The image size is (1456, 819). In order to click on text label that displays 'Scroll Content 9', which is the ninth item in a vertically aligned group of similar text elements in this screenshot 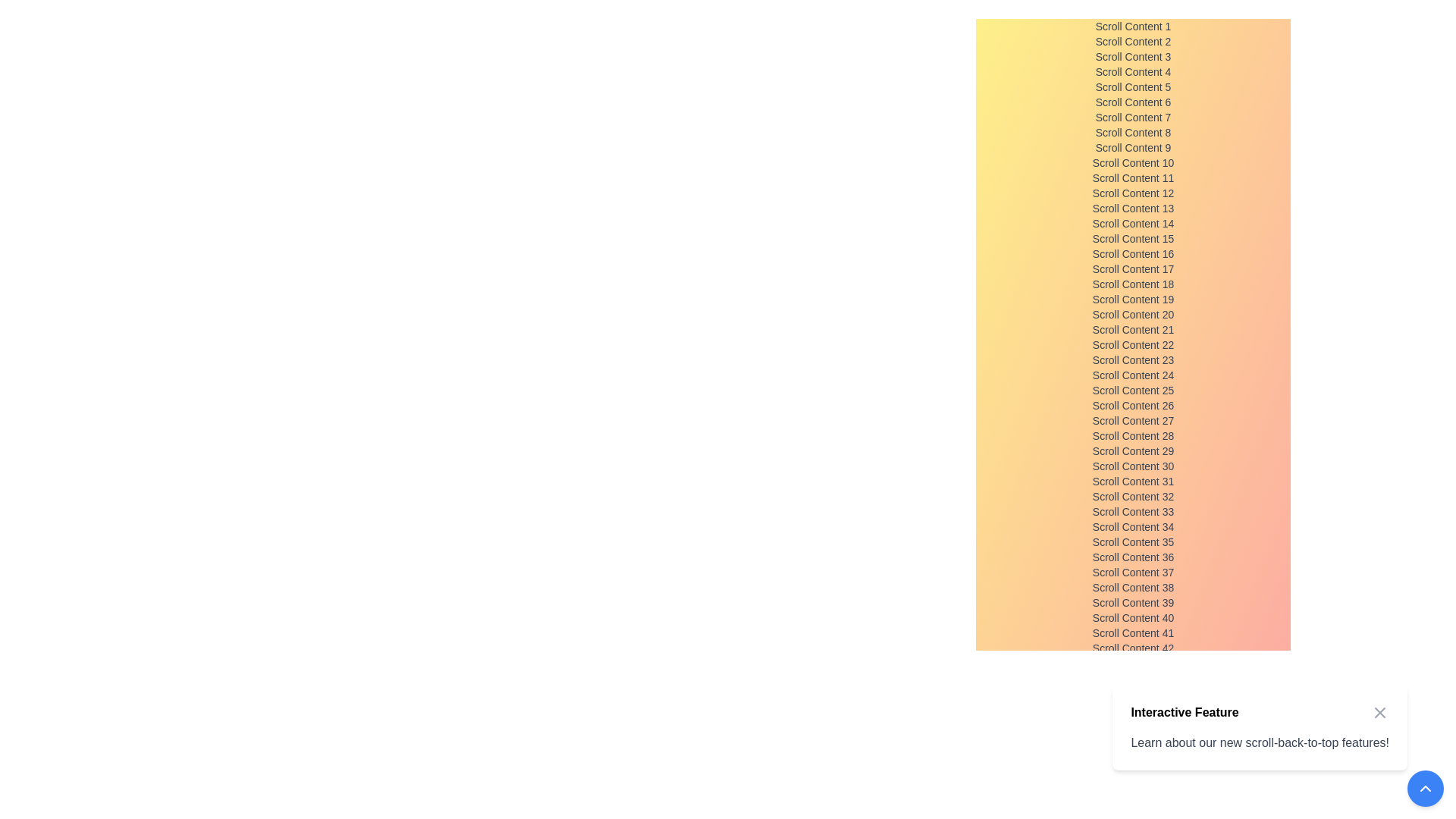, I will do `click(1133, 148)`.